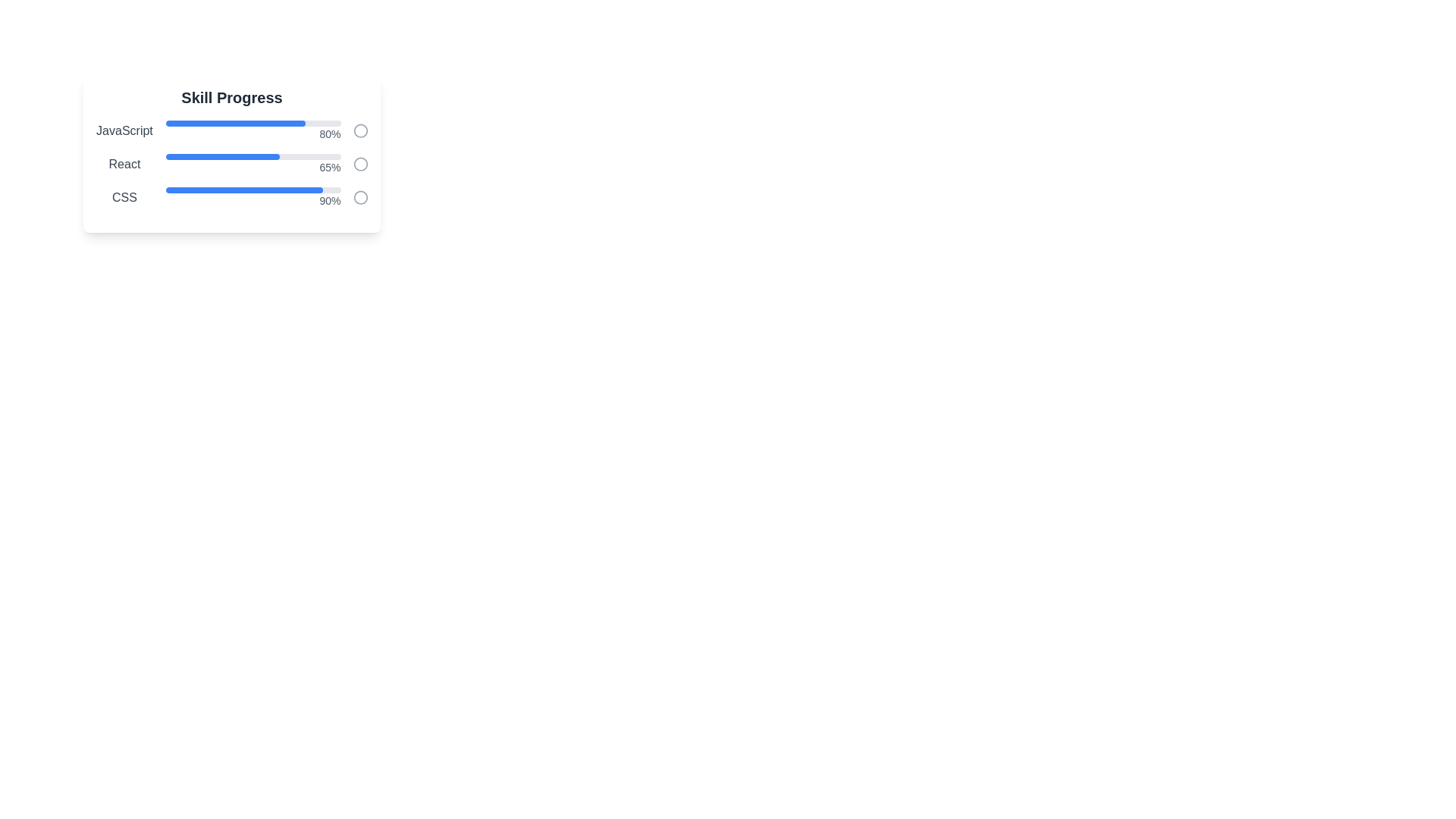  I want to click on the first progress bar representing 80% completion of the 'JavaScript' skill, located between the 'JavaScript' label and the '80%' text, so click(253, 122).